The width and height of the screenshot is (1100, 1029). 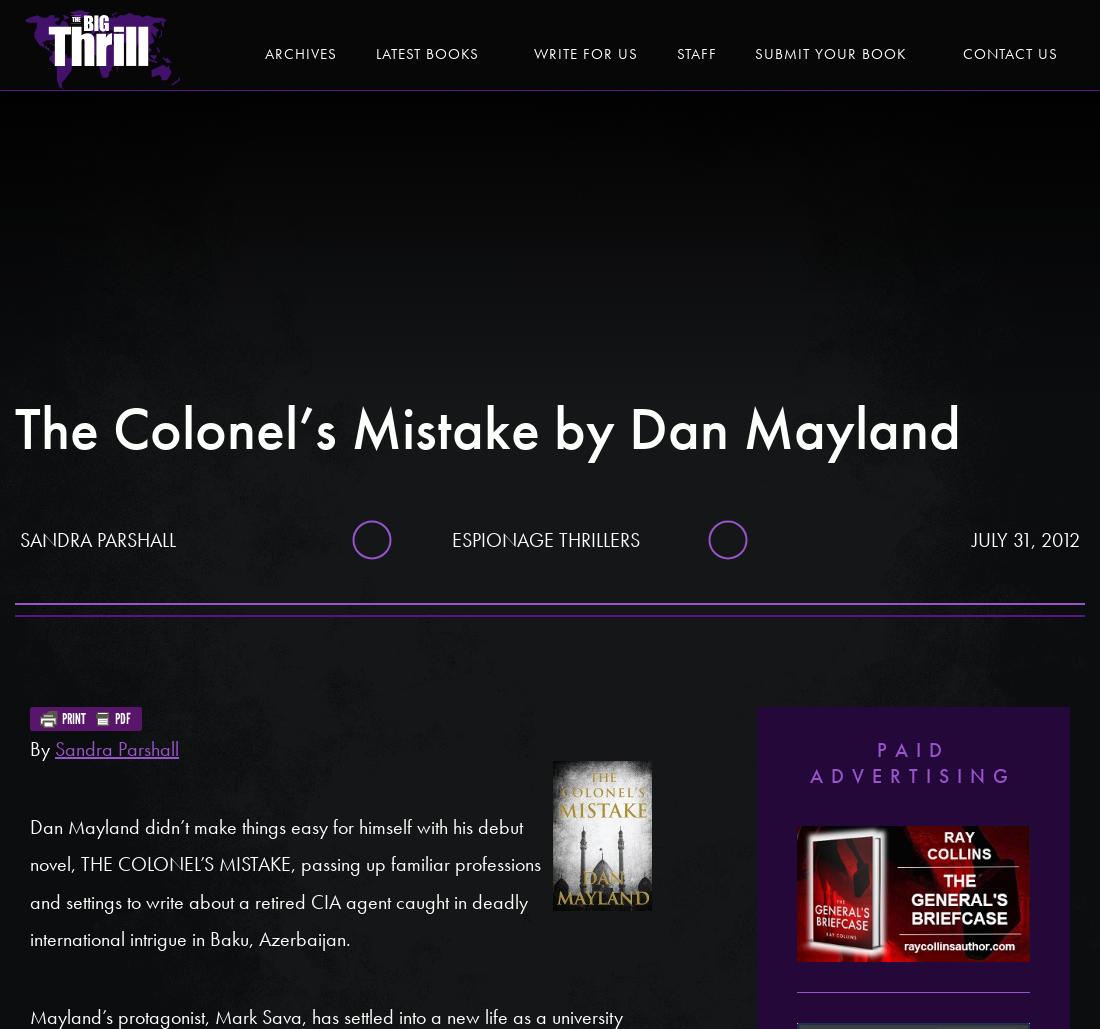 What do you see at coordinates (912, 415) in the screenshot?
I see `'Lloyd Devereux Richards'` at bounding box center [912, 415].